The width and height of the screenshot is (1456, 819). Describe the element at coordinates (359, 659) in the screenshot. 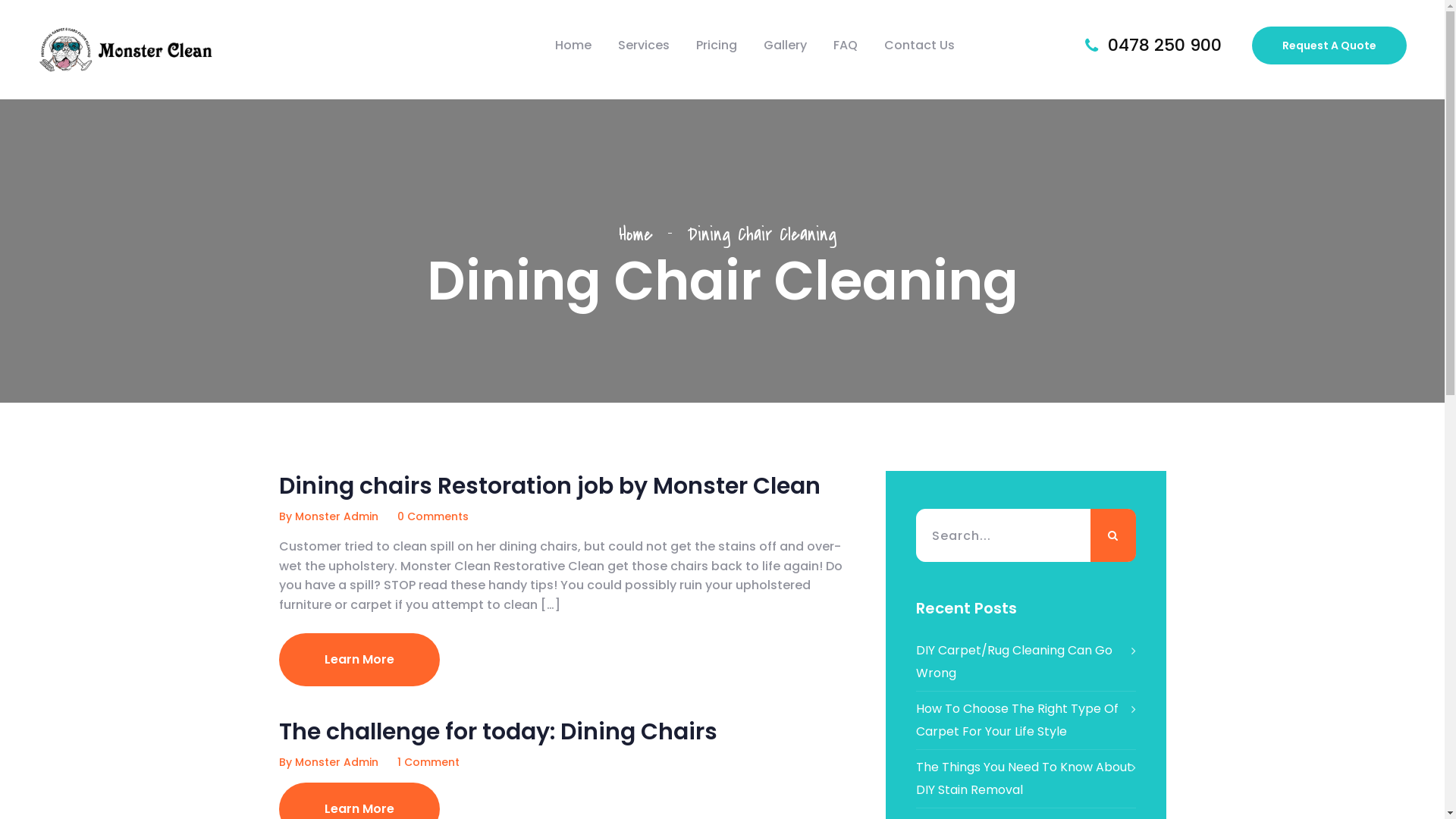

I see `'Learn More'` at that location.